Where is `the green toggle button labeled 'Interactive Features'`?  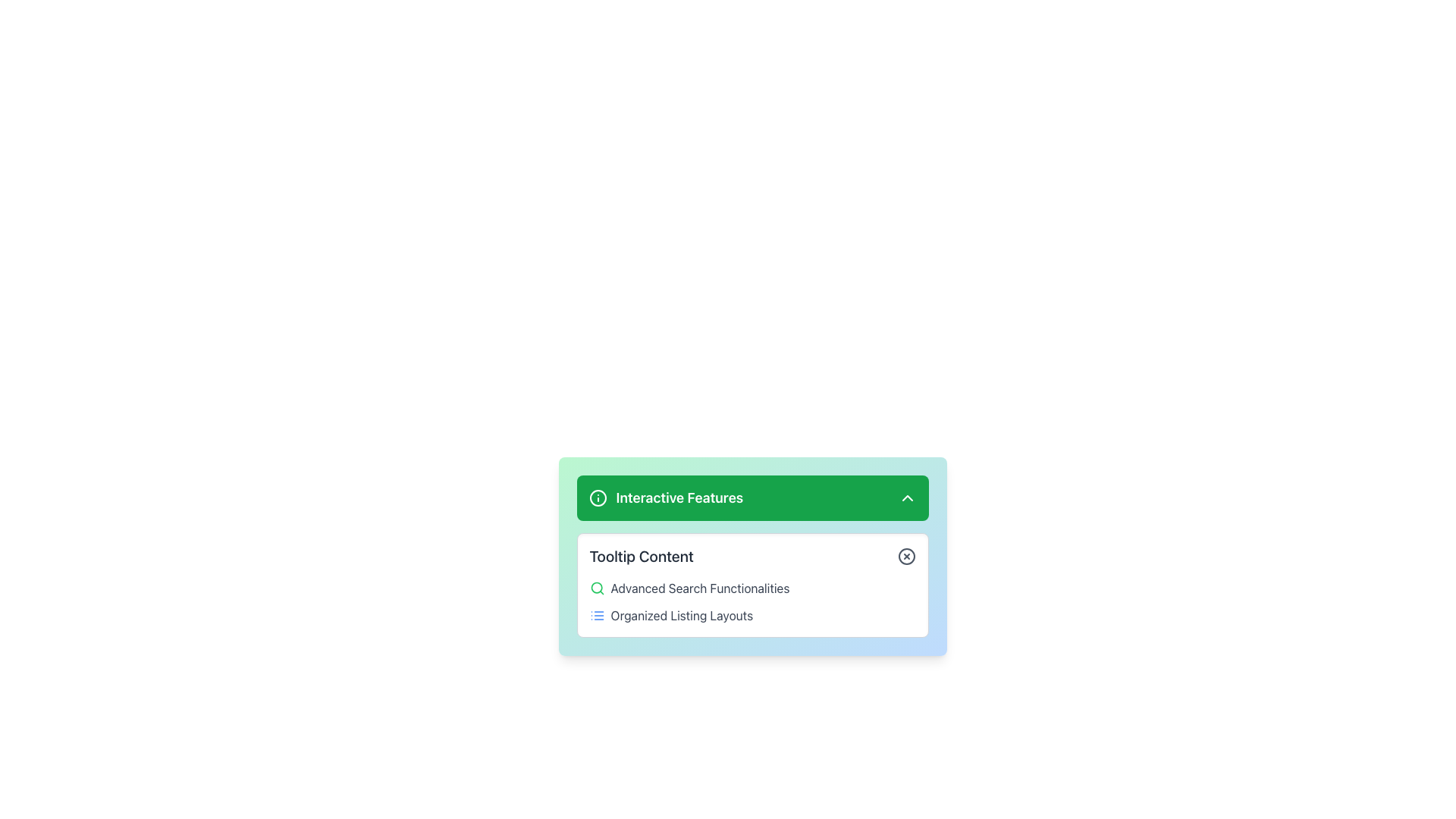
the green toggle button labeled 'Interactive Features' is located at coordinates (752, 497).